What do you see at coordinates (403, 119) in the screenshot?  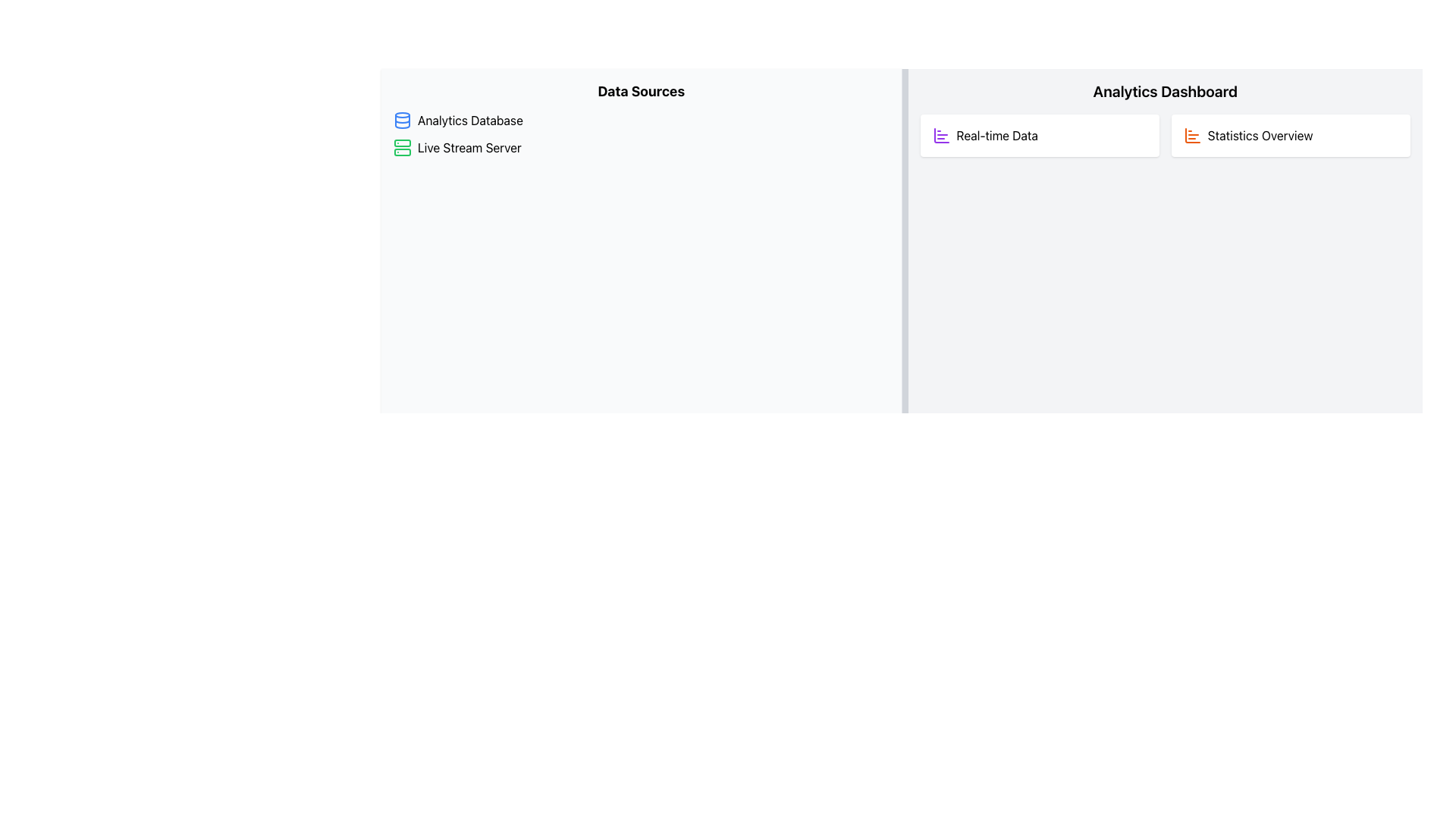 I see `the analytics database icon located at the top left corner of the 'Analytics Database' entry in the 'Data Sources' section` at bounding box center [403, 119].